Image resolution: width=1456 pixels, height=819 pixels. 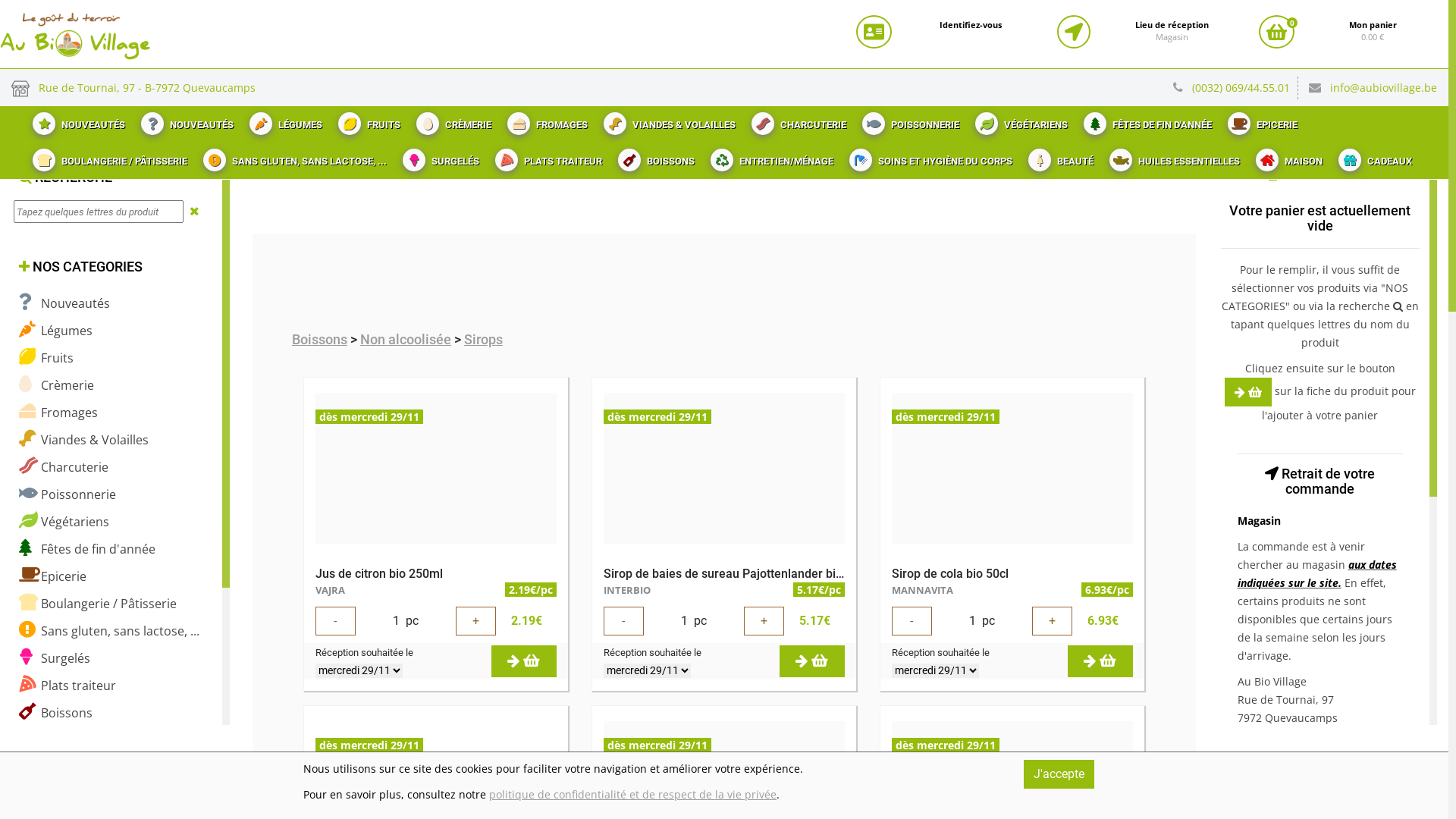 I want to click on '(0032) 069/44.55.01', so click(x=1244, y=87).